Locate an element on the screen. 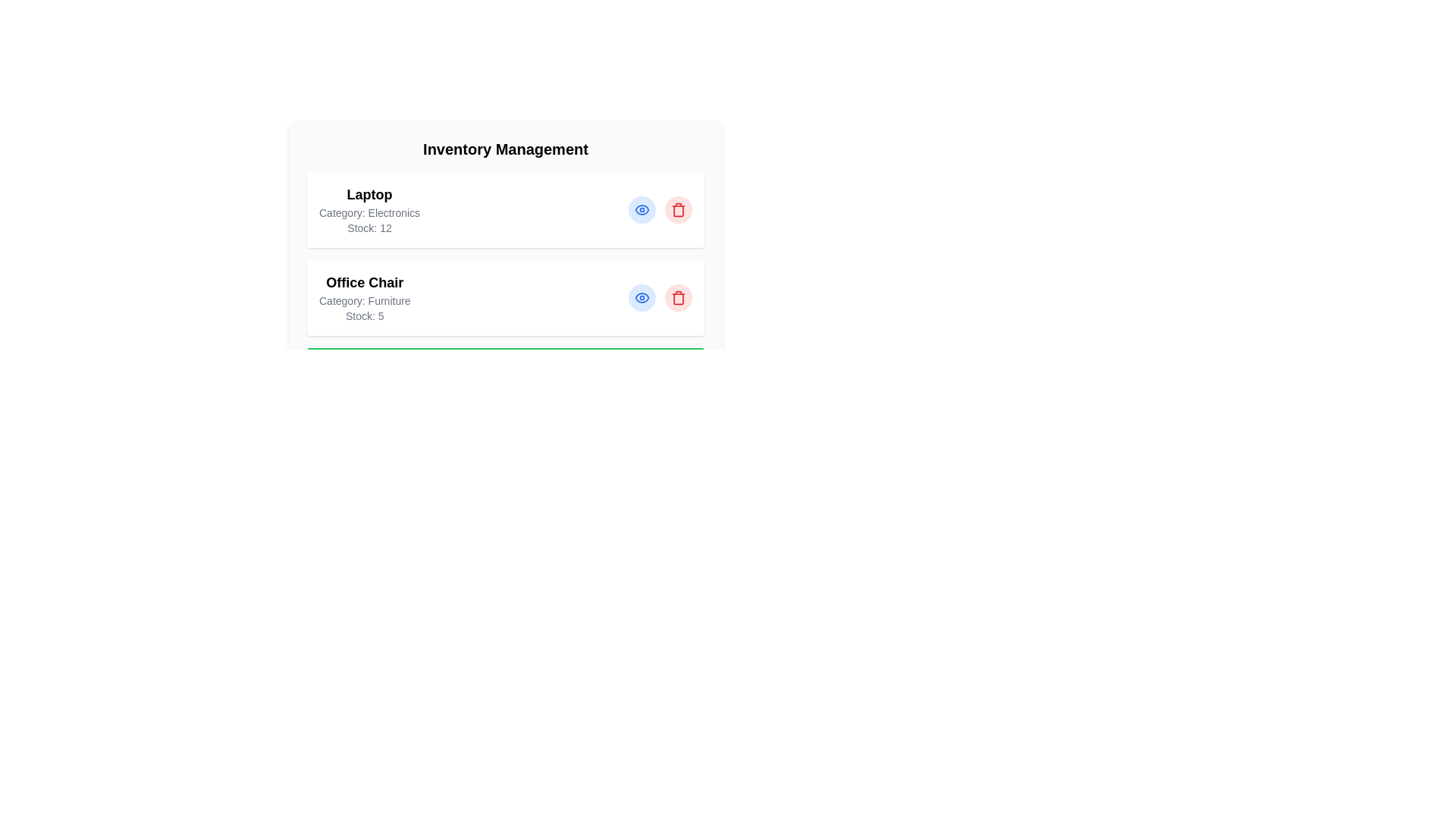 Image resolution: width=1456 pixels, height=819 pixels. the text Inventory Management within the component is located at coordinates (506, 149).